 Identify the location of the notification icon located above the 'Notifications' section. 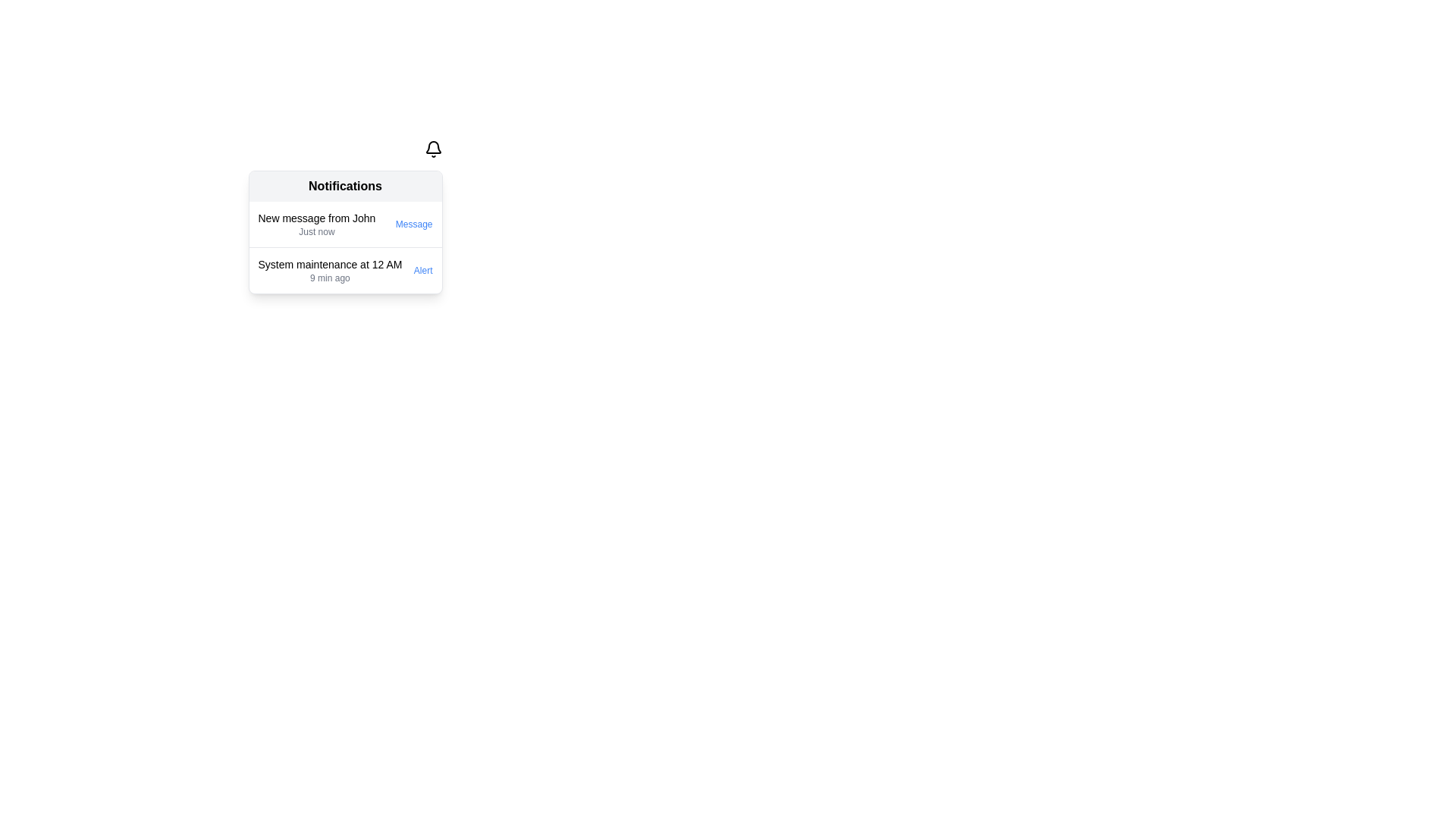
(432, 149).